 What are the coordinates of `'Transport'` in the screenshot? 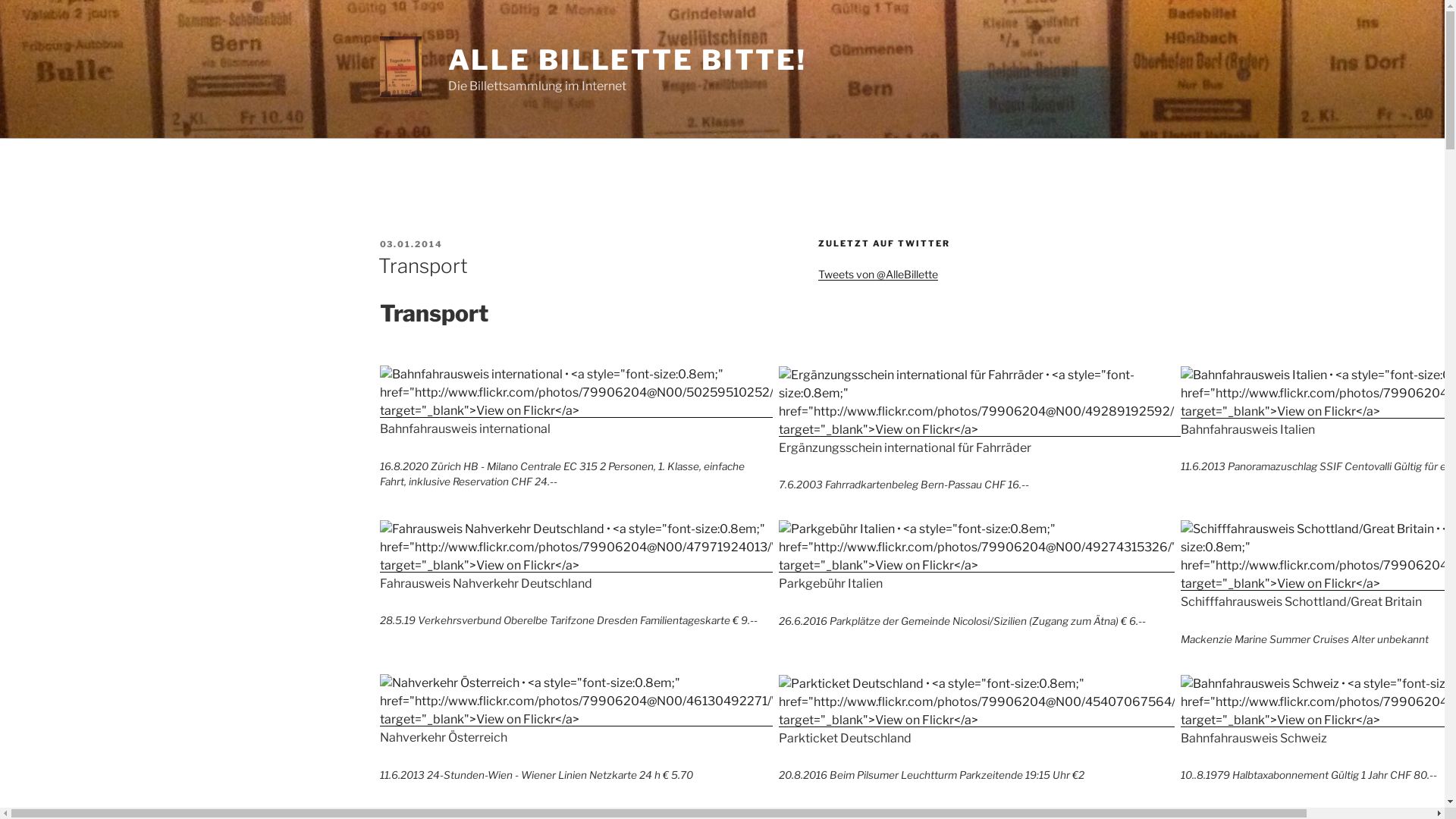 It's located at (422, 265).